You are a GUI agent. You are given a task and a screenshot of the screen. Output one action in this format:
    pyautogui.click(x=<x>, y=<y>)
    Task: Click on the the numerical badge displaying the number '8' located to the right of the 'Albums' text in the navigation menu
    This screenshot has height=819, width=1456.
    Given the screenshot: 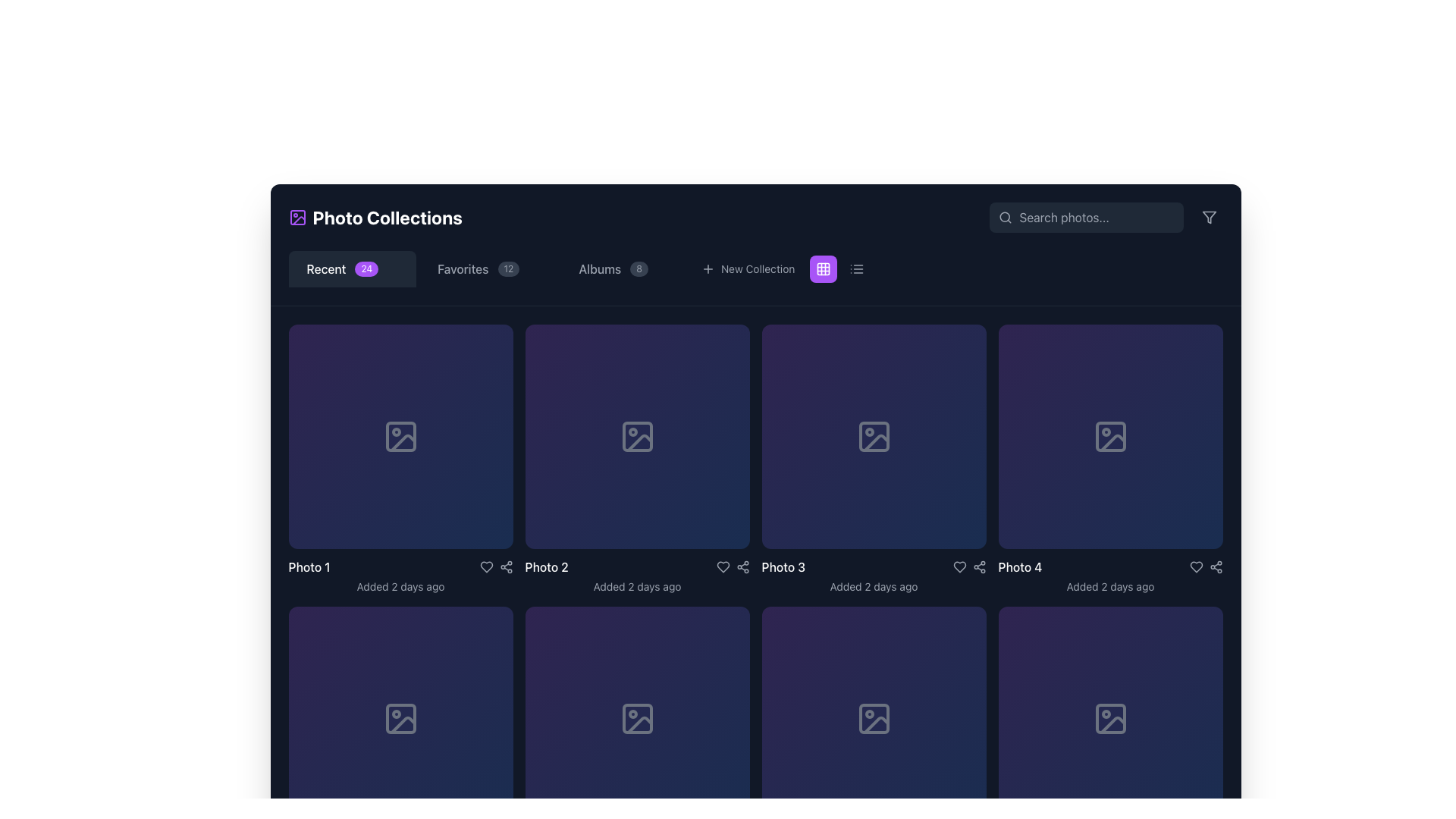 What is the action you would take?
    pyautogui.click(x=639, y=268)
    